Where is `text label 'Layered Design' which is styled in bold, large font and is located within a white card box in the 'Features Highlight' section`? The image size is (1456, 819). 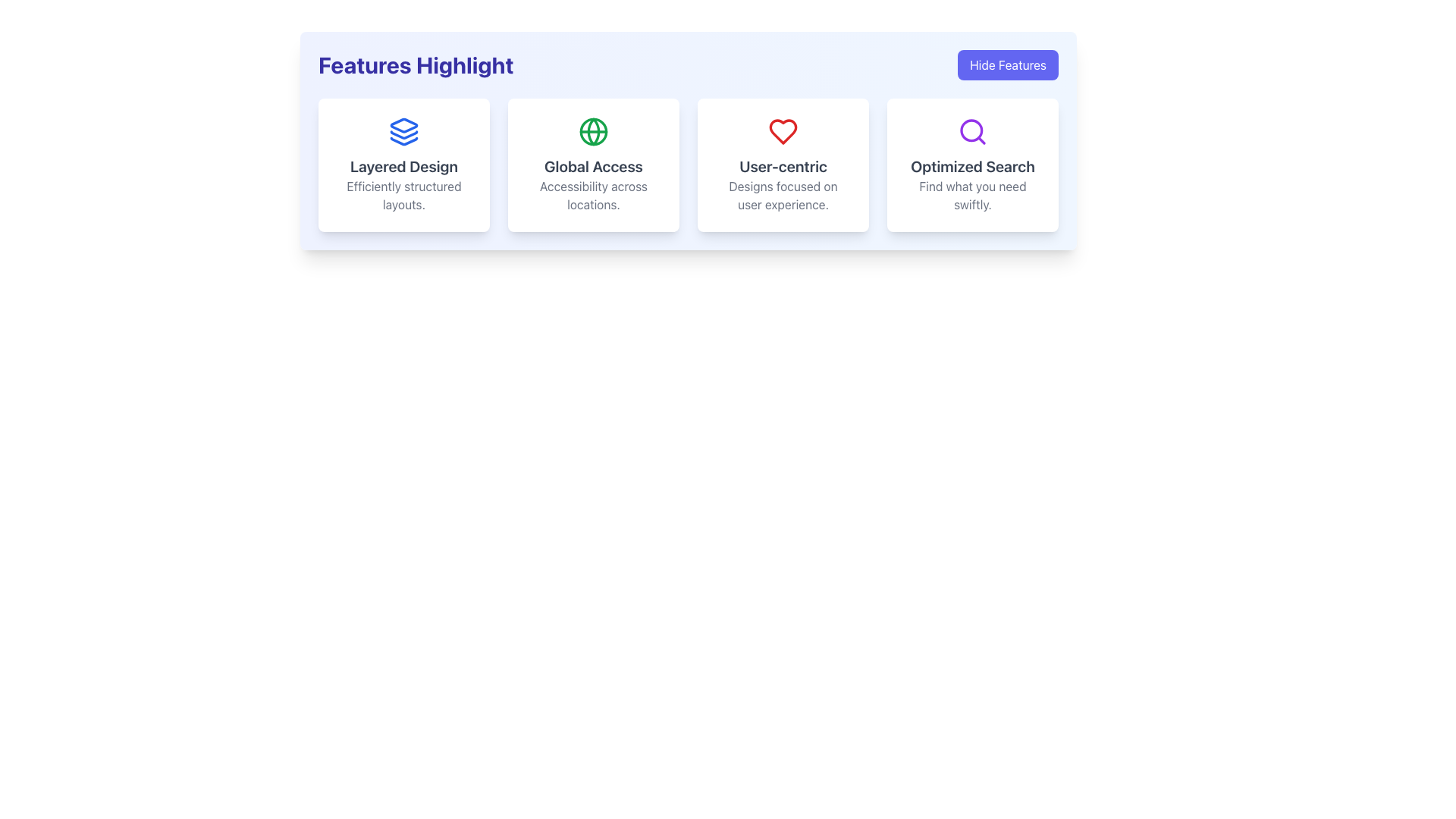 text label 'Layered Design' which is styled in bold, large font and is located within a white card box in the 'Features Highlight' section is located at coordinates (403, 166).